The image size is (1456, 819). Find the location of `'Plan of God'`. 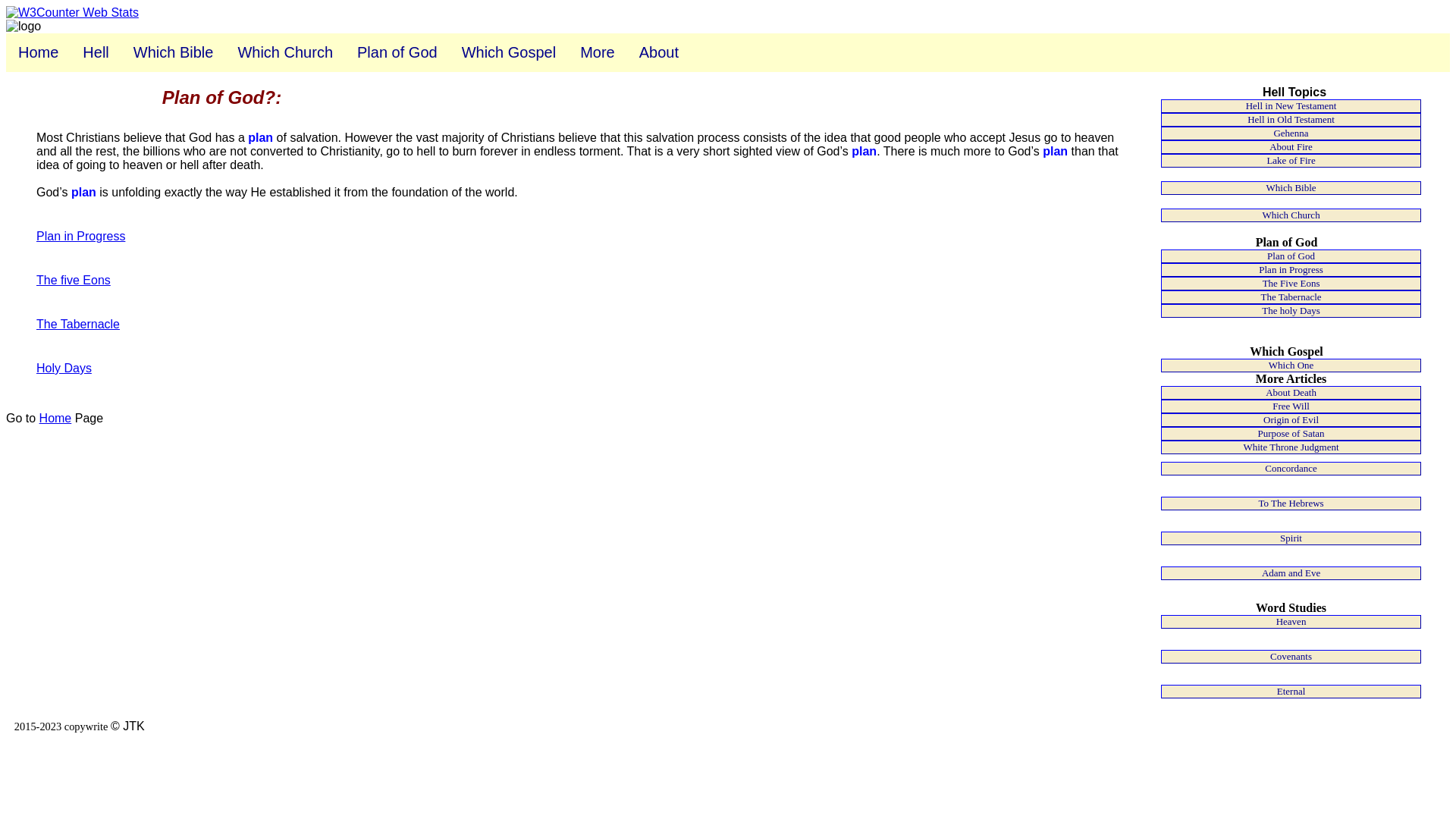

'Plan of God' is located at coordinates (1160, 256).